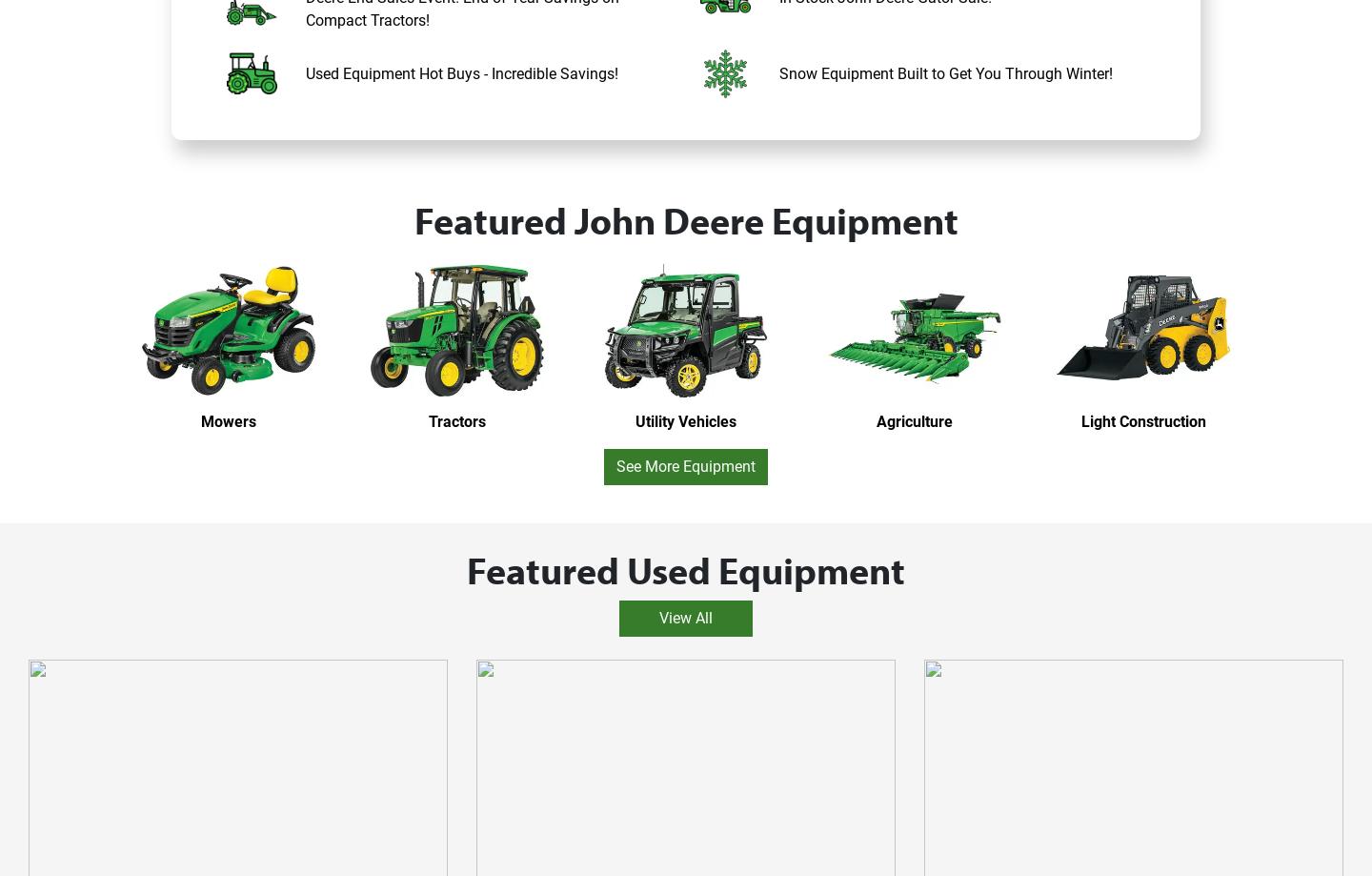 The height and width of the screenshot is (876, 1372). What do you see at coordinates (1142, 420) in the screenshot?
I see `'Light Construction'` at bounding box center [1142, 420].